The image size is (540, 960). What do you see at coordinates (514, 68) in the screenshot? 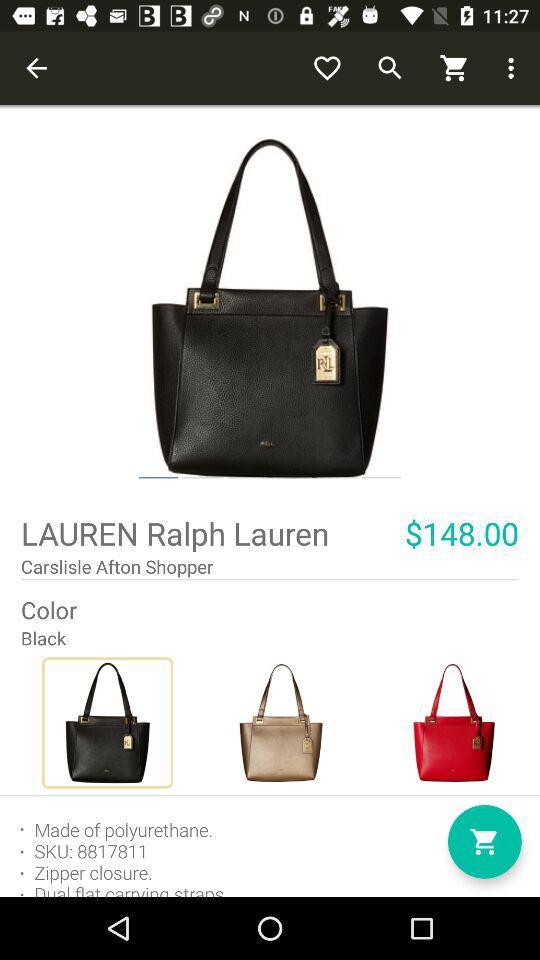
I see `last icon which is at the top right of the page` at bounding box center [514, 68].